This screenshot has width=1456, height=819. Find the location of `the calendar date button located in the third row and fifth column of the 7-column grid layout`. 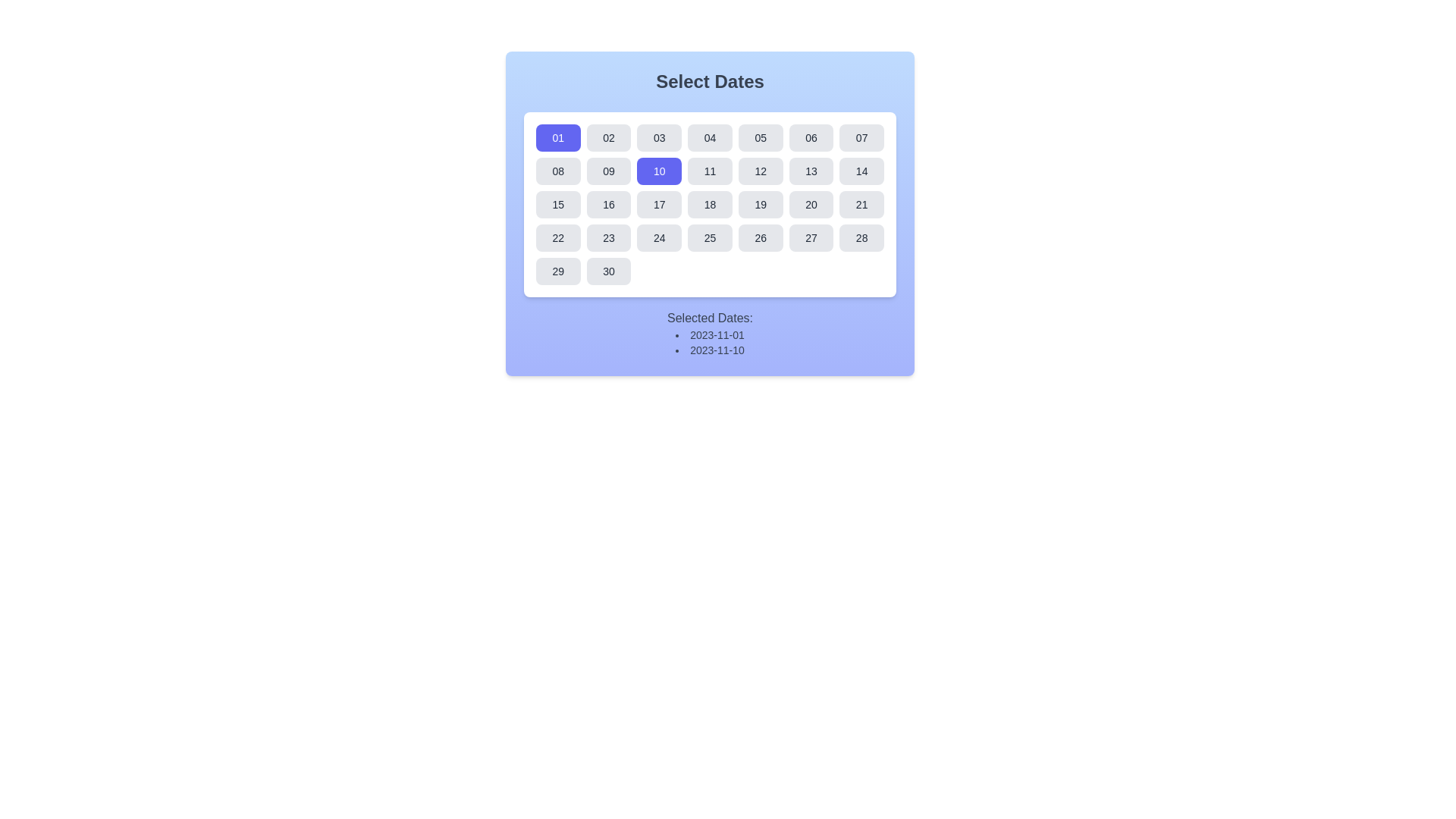

the calendar date button located in the third row and fifth column of the 7-column grid layout is located at coordinates (761, 205).